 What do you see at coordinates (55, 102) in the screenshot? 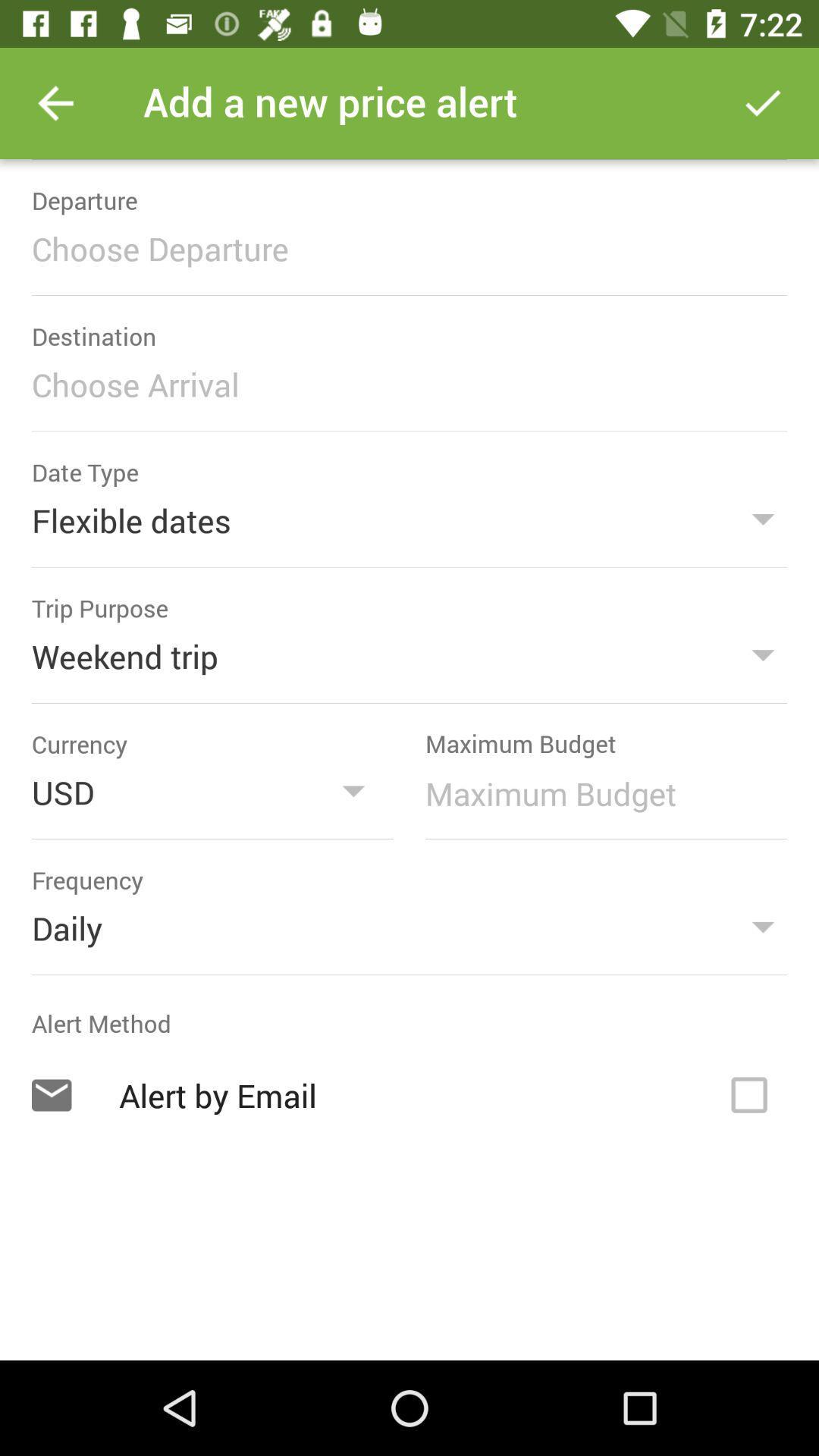
I see `the arrow_backward icon` at bounding box center [55, 102].